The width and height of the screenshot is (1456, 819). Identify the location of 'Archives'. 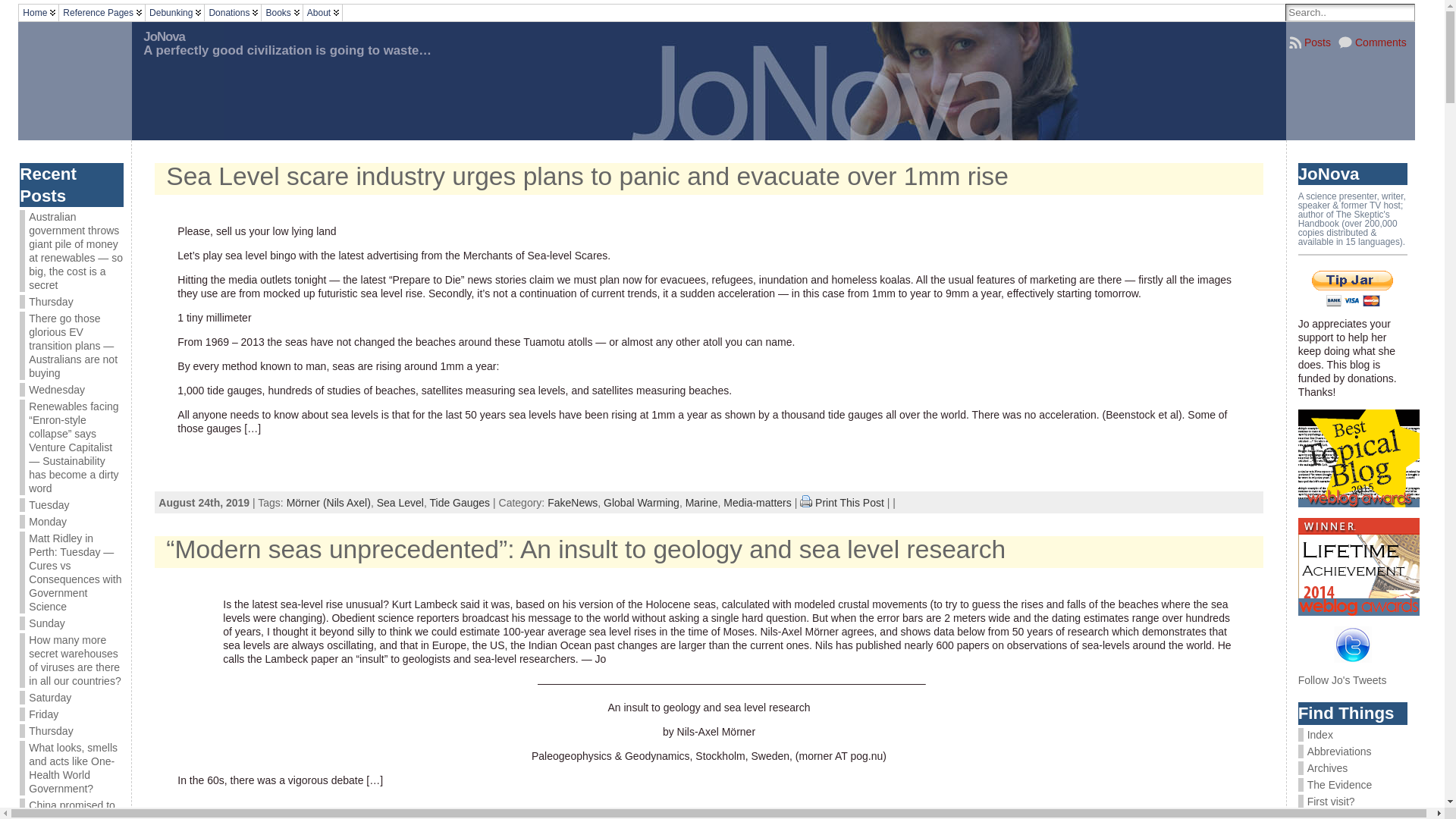
(1353, 768).